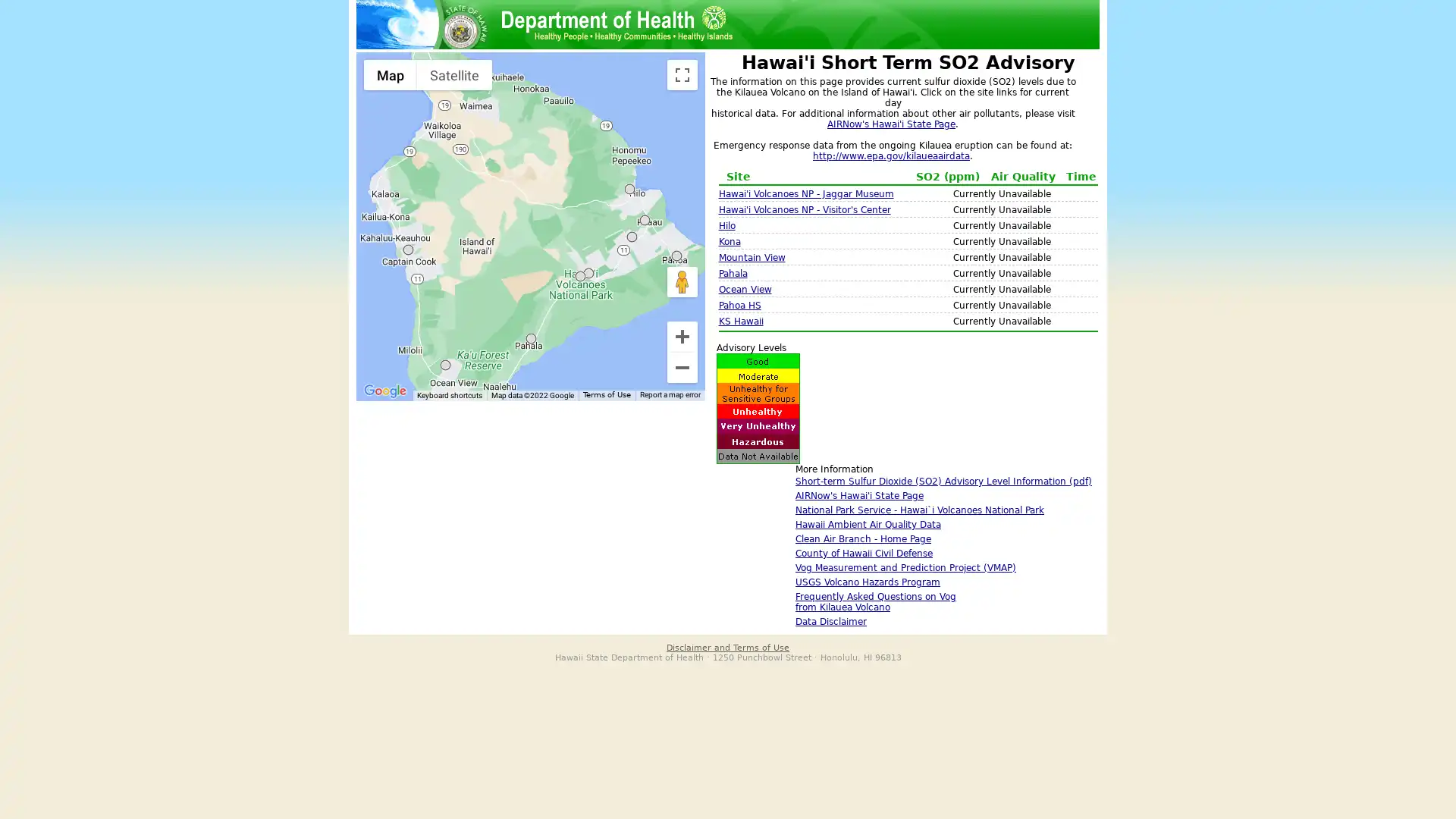 This screenshot has width=1456, height=819. What do you see at coordinates (682, 335) in the screenshot?
I see `Zoom in` at bounding box center [682, 335].